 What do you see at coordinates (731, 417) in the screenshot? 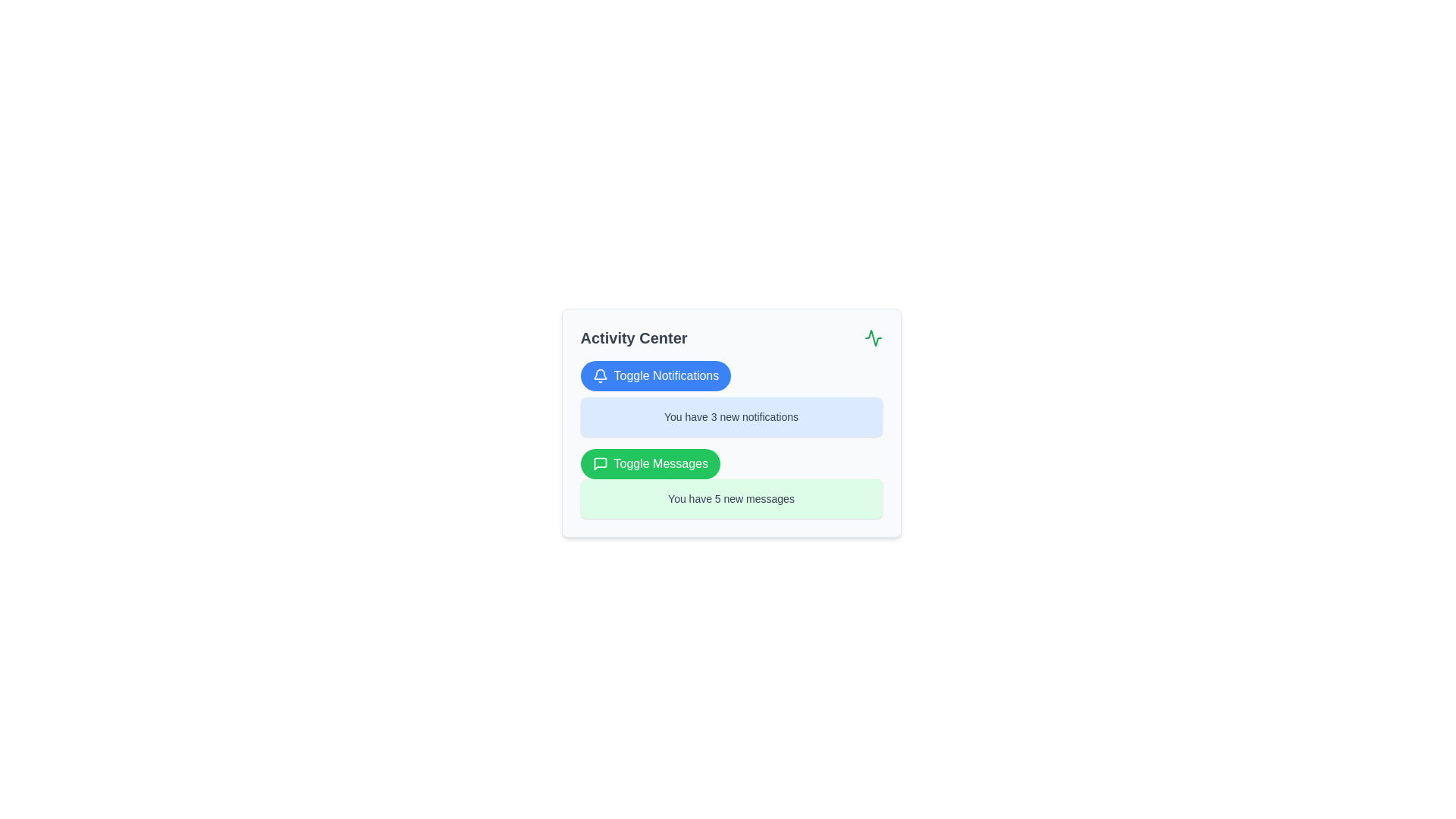
I see `the notification count label located in the Activity Center interface, positioned between the 'Toggle Notifications' and 'Toggle Messages' buttons` at bounding box center [731, 417].